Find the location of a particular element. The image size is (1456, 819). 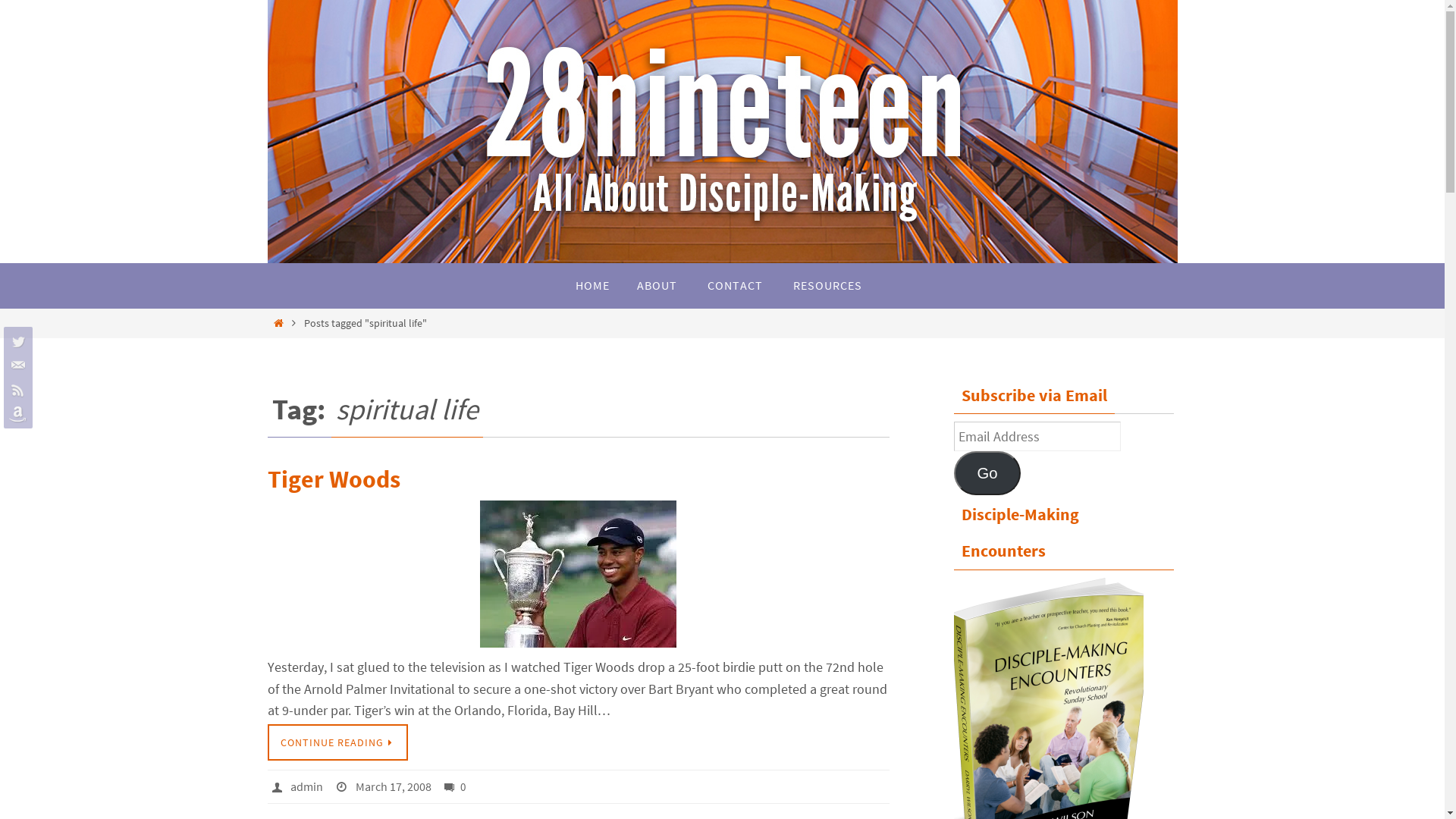

'RSS Feed' is located at coordinates (15, 388).